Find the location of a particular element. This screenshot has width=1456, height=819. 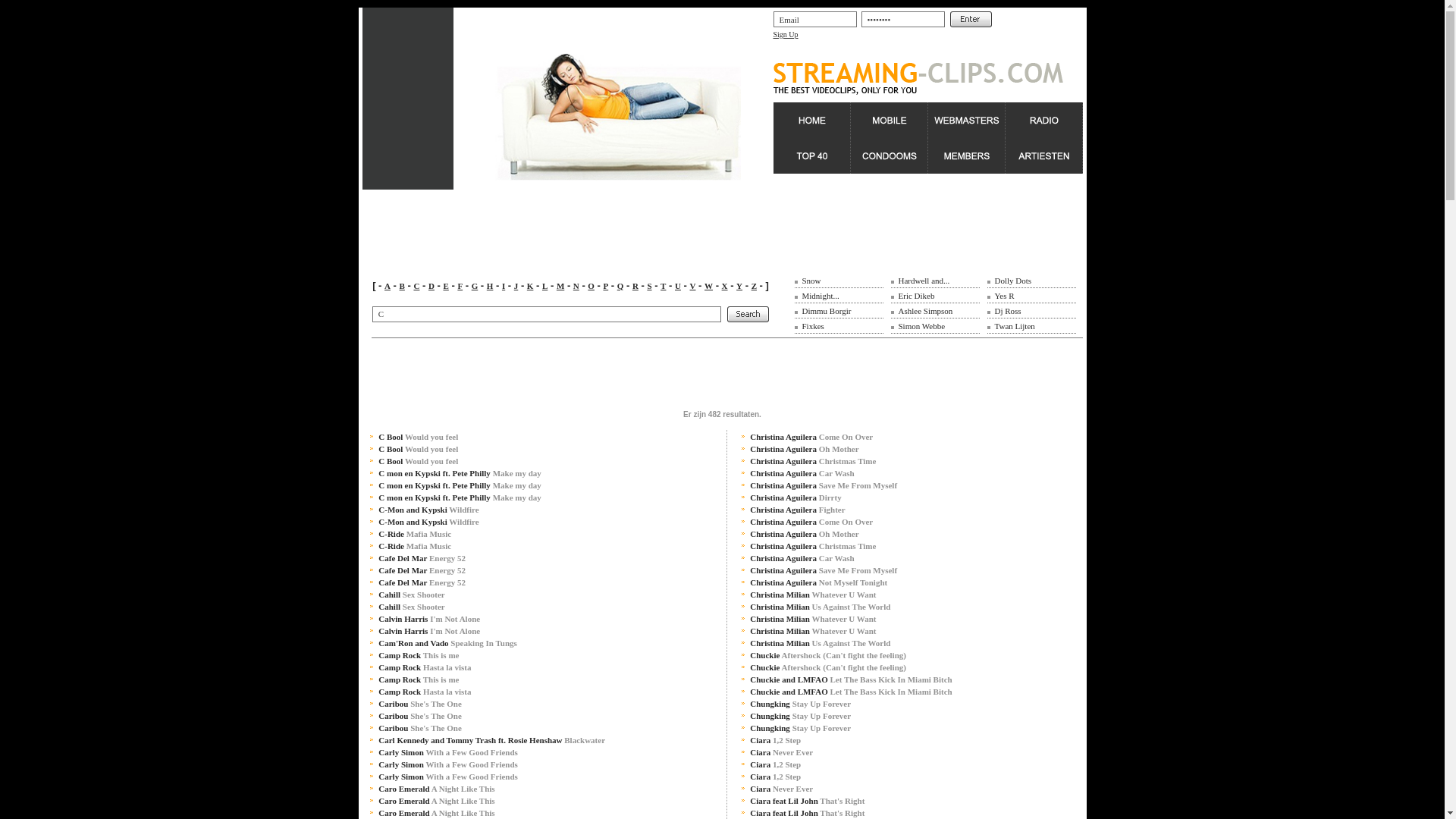

'Z' is located at coordinates (751, 286).